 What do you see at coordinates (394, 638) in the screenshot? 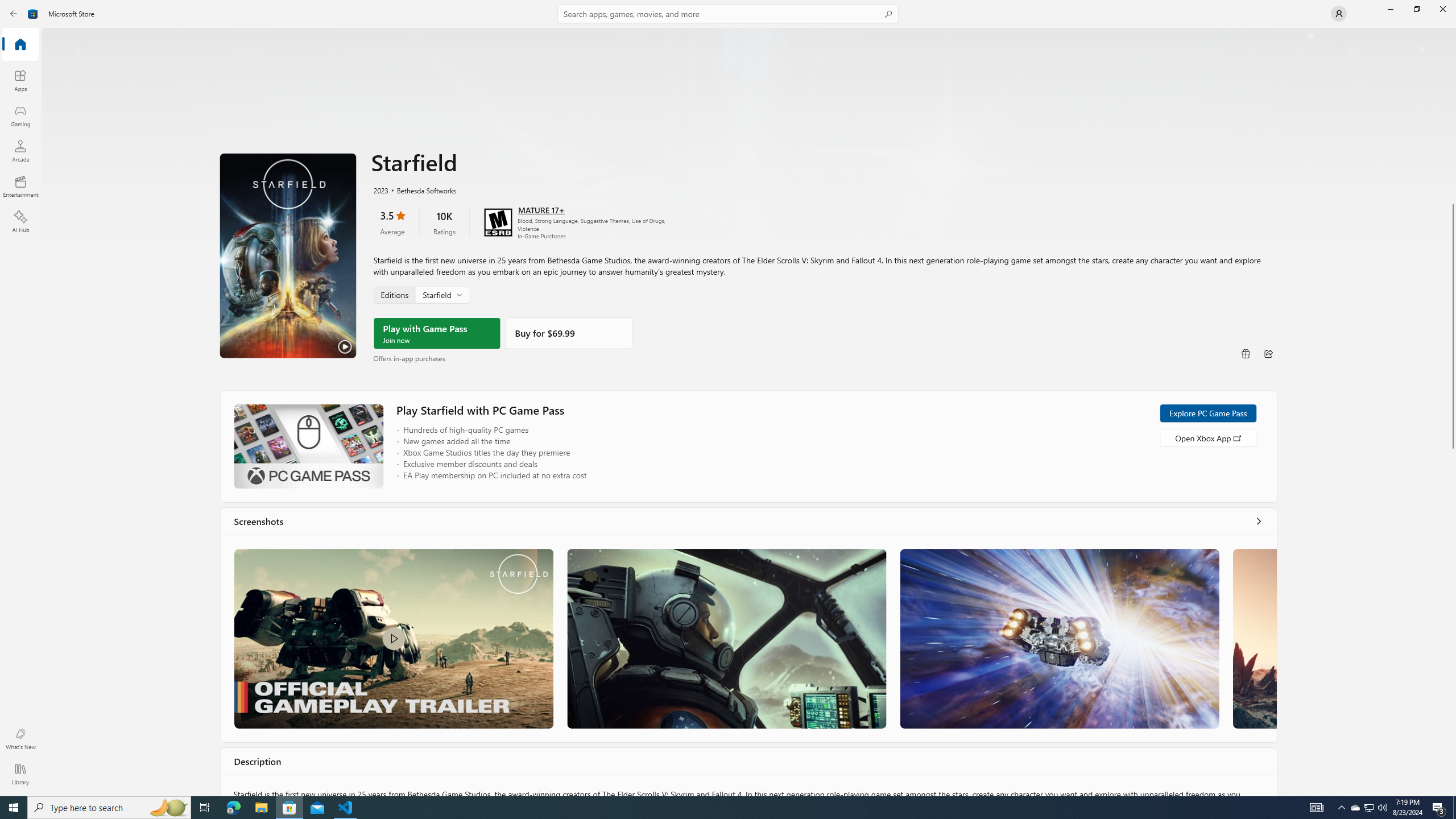
I see `'Gameplay Trailer'` at bounding box center [394, 638].